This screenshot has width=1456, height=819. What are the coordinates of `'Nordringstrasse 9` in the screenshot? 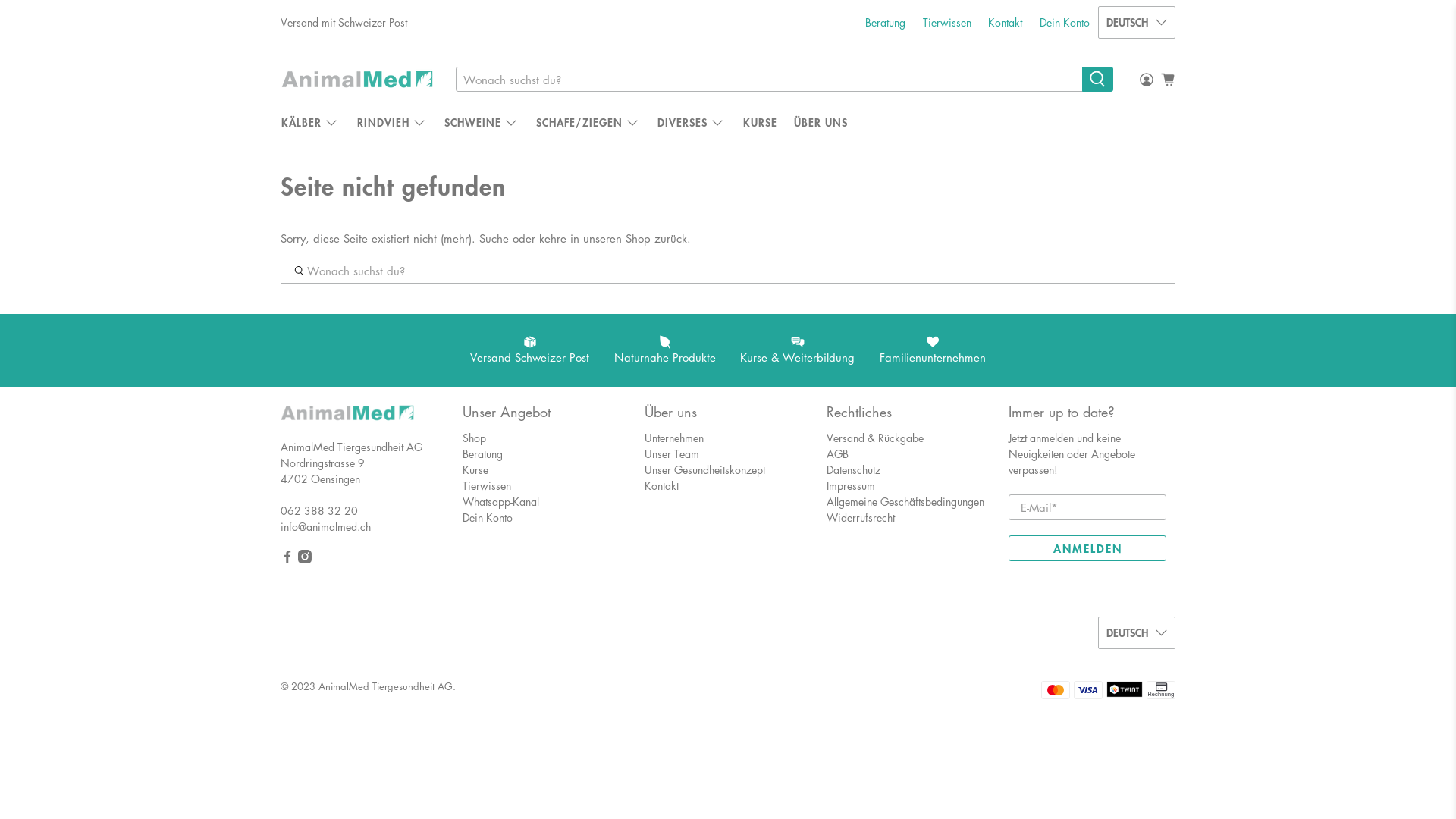 It's located at (322, 469).